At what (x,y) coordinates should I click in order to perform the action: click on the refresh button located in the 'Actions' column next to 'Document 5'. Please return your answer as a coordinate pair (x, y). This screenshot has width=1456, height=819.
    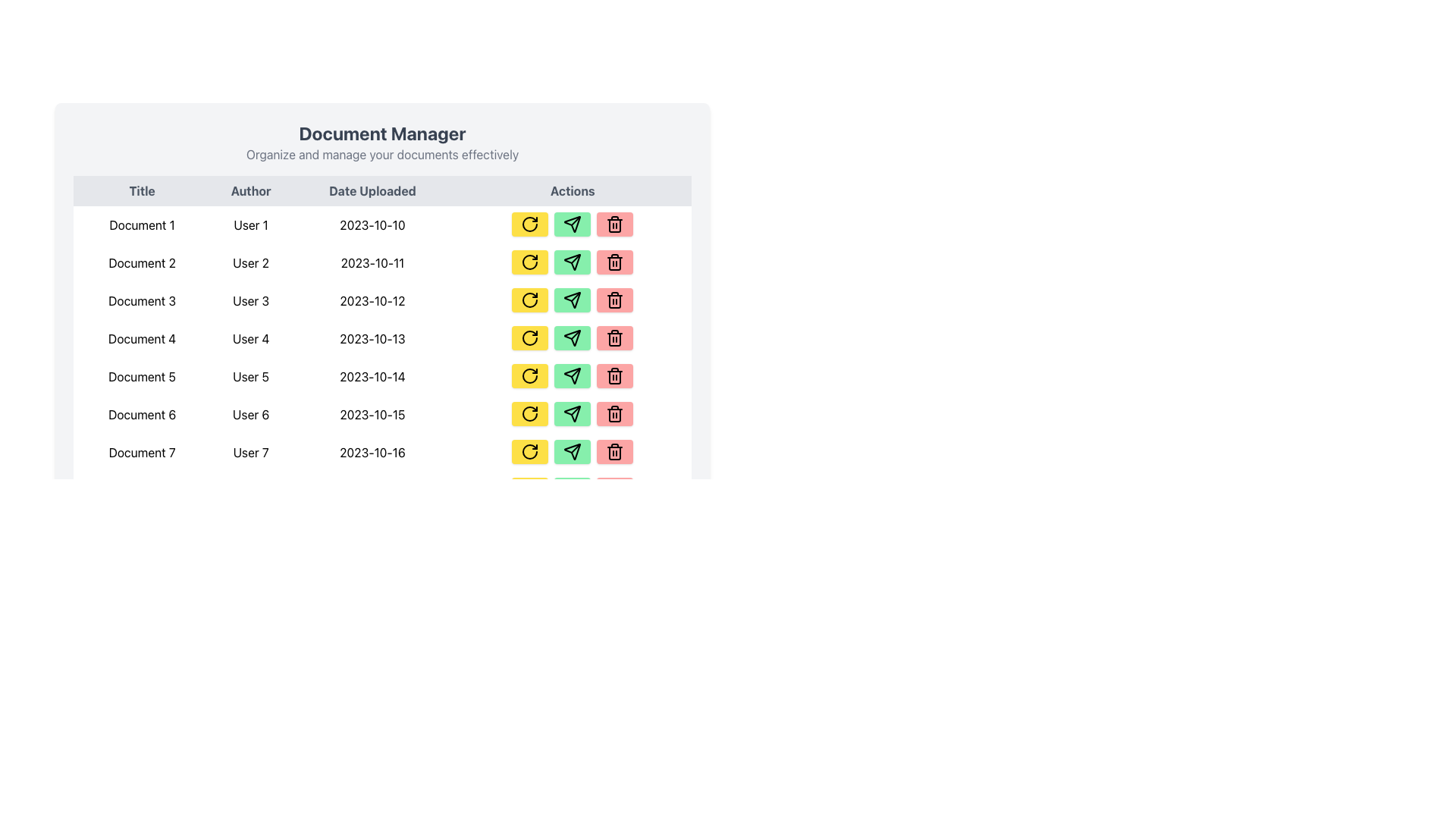
    Looking at the image, I should click on (530, 375).